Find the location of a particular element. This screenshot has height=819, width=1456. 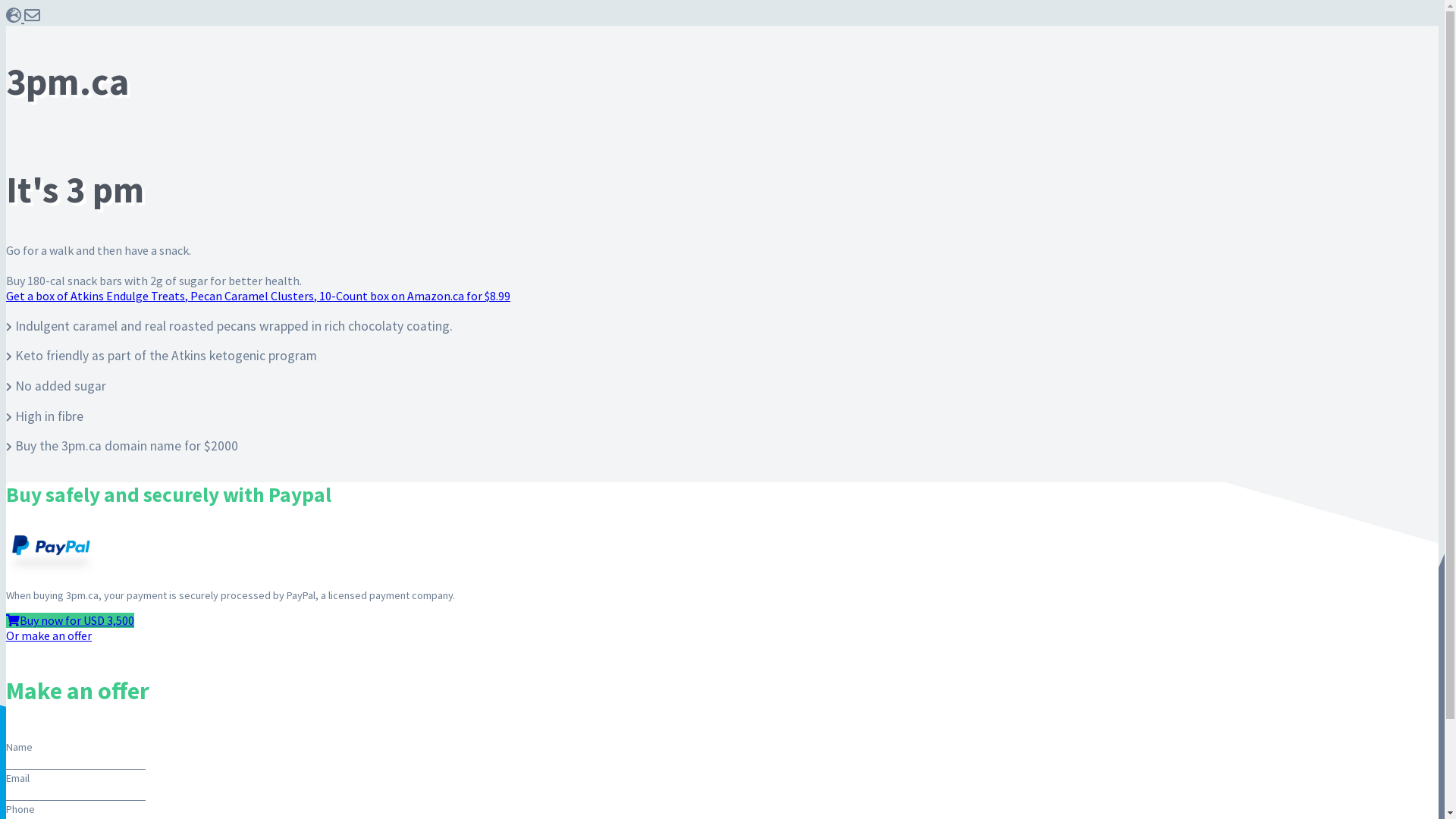

'Buy now for USD 3,500' is located at coordinates (69, 620).